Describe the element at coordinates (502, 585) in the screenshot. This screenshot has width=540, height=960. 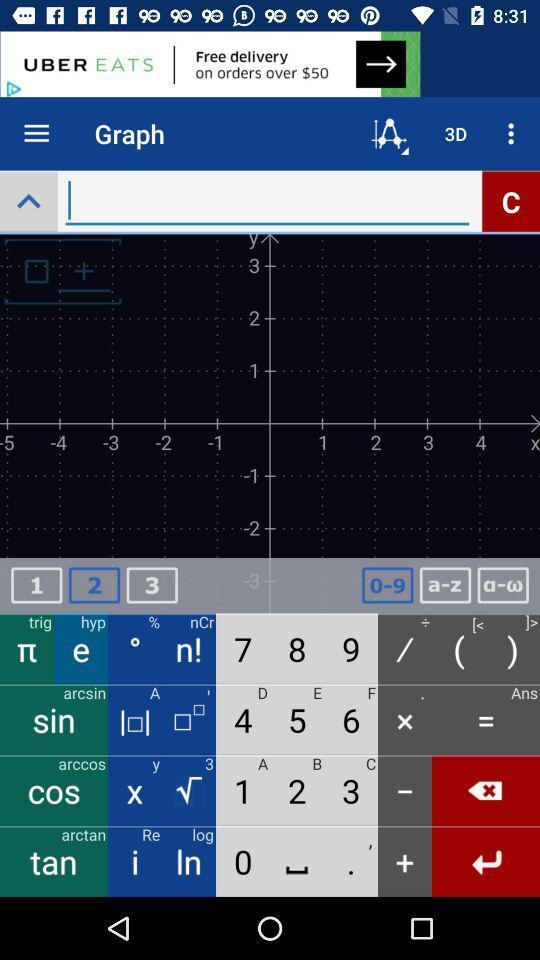
I see `formula` at that location.